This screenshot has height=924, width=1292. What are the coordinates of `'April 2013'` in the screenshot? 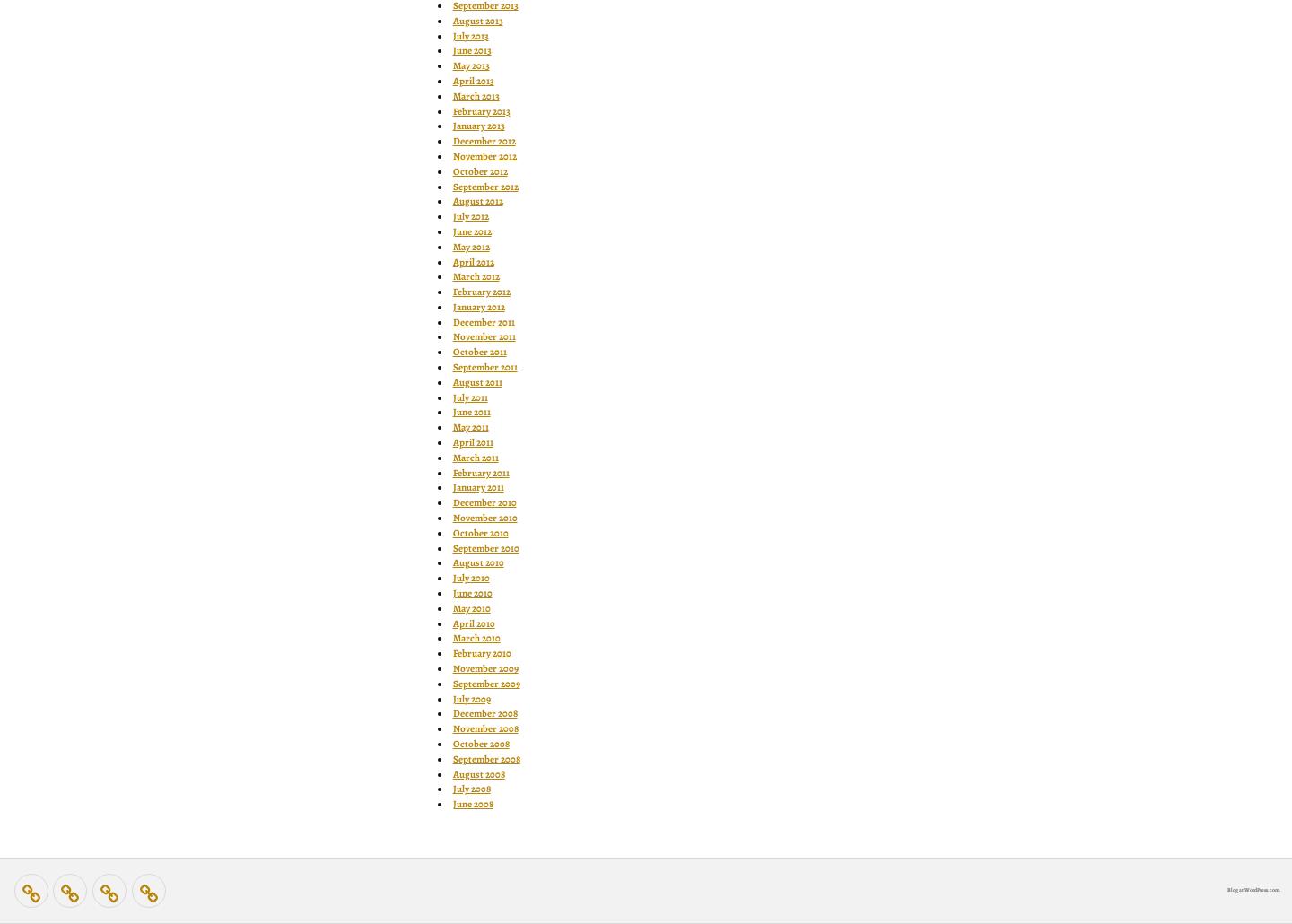 It's located at (472, 79).